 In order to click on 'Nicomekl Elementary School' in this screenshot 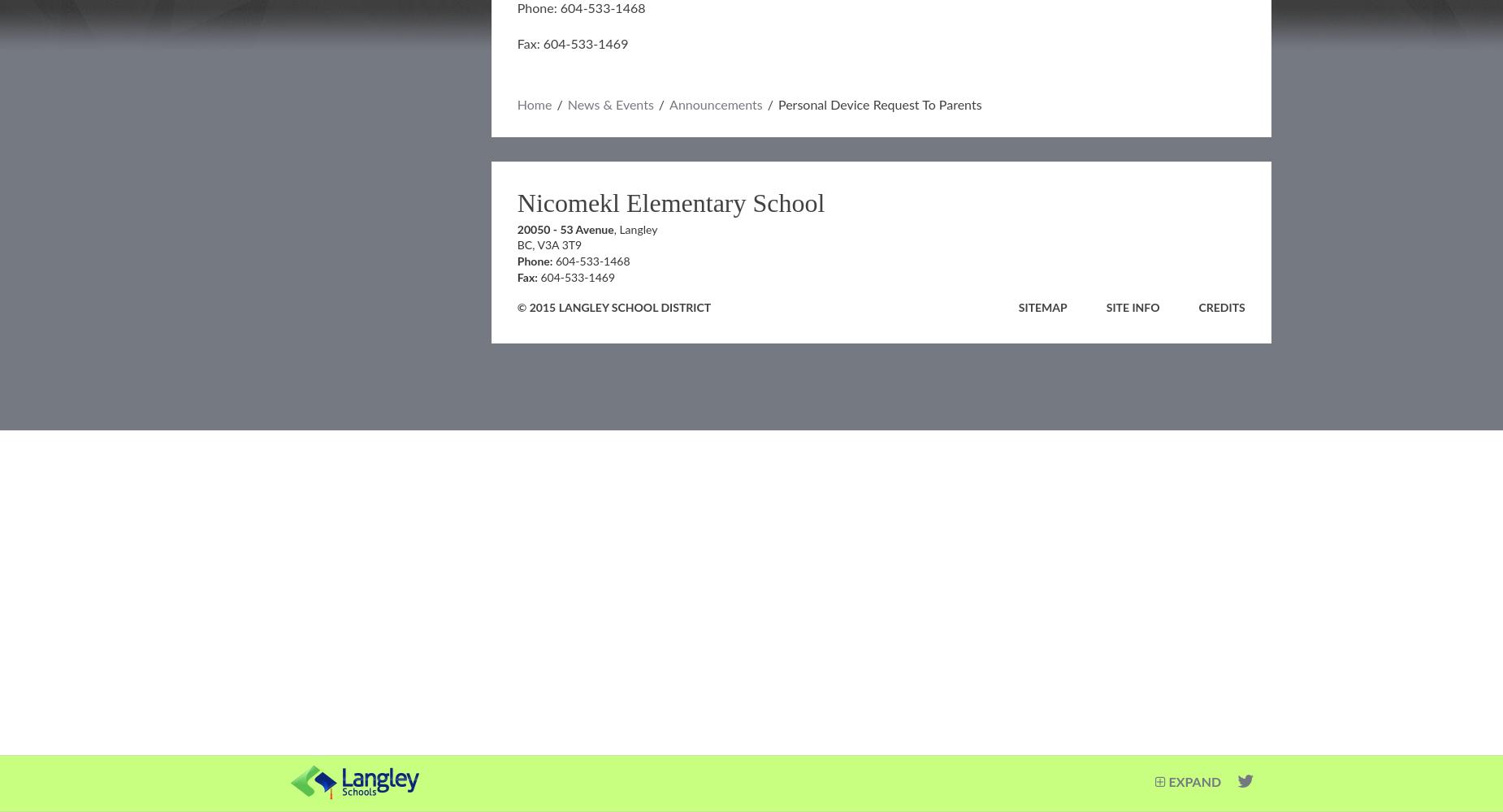, I will do `click(670, 203)`.